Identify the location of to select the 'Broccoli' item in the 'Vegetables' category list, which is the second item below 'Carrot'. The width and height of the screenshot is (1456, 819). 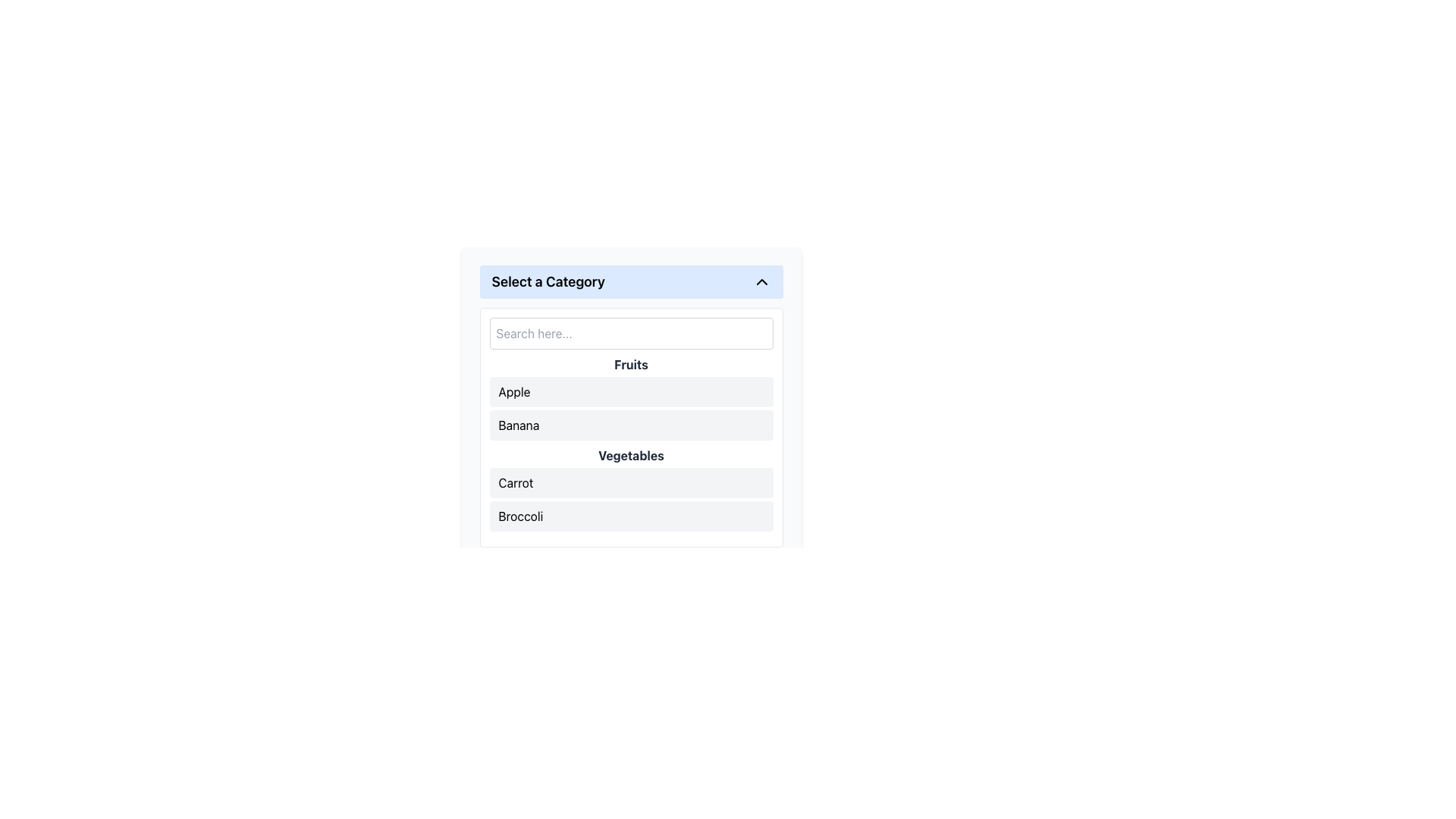
(520, 516).